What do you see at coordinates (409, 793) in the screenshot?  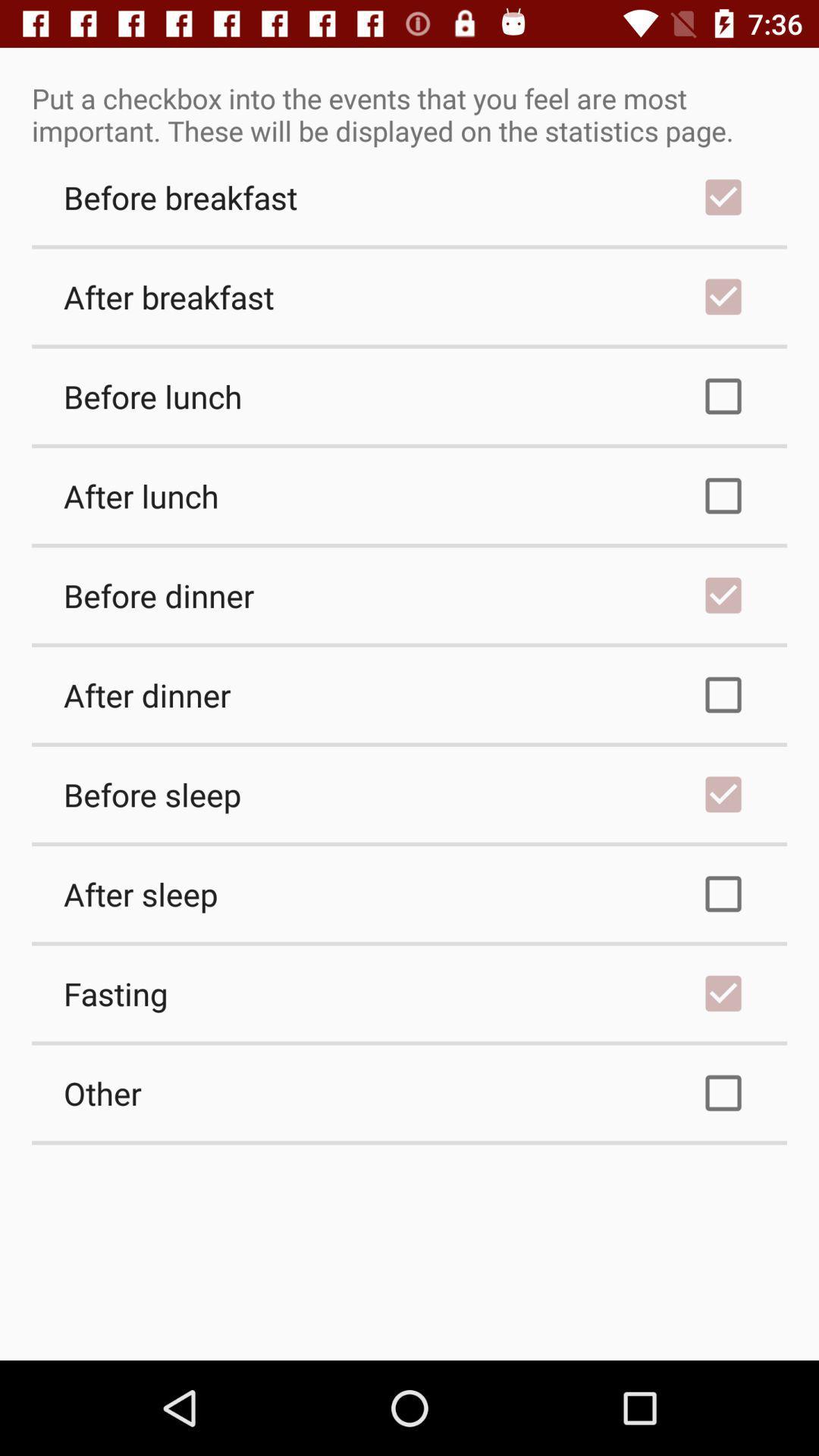 I see `before sleep item` at bounding box center [409, 793].